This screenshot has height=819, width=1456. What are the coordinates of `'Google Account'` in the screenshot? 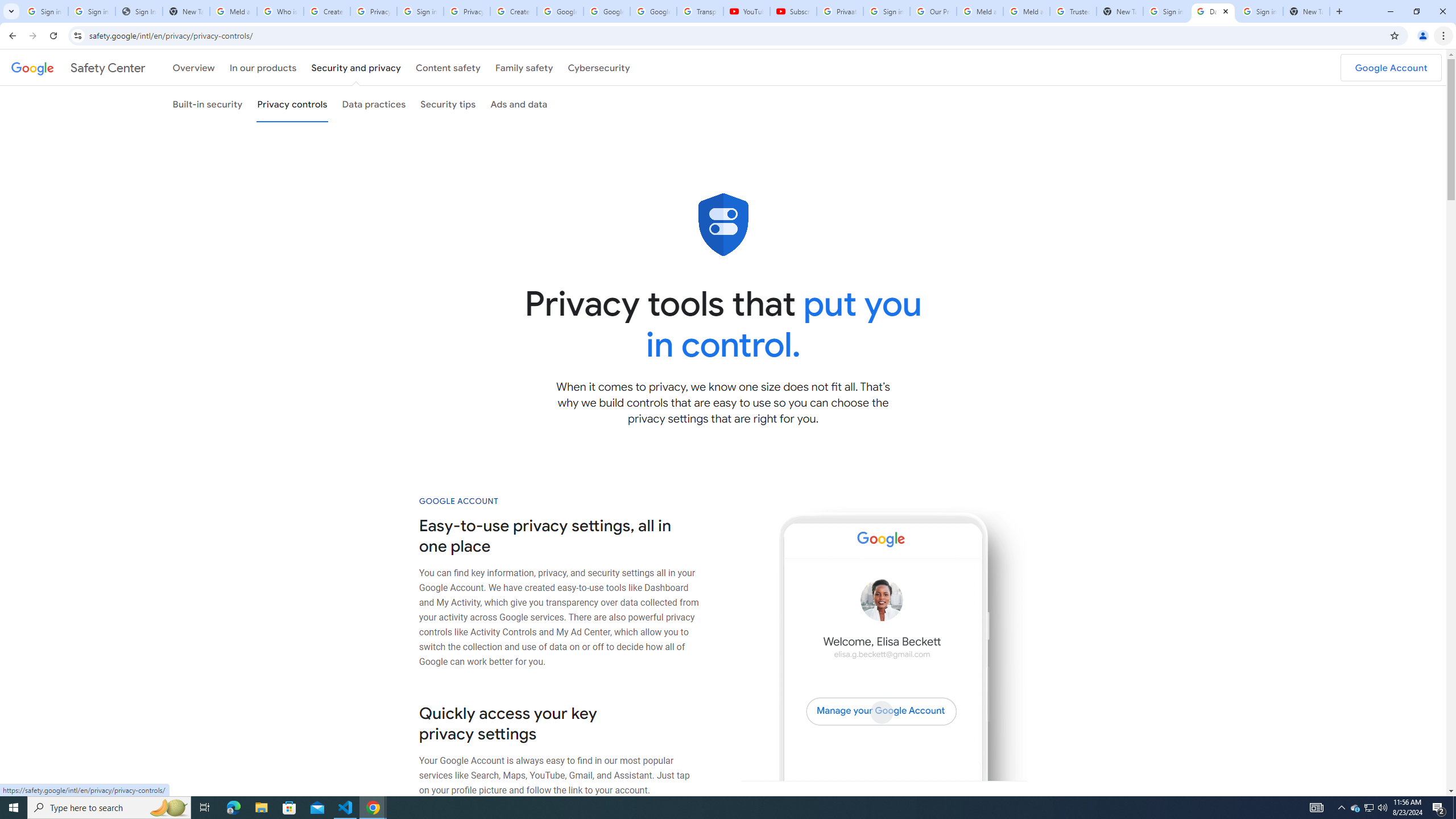 It's located at (1391, 67).